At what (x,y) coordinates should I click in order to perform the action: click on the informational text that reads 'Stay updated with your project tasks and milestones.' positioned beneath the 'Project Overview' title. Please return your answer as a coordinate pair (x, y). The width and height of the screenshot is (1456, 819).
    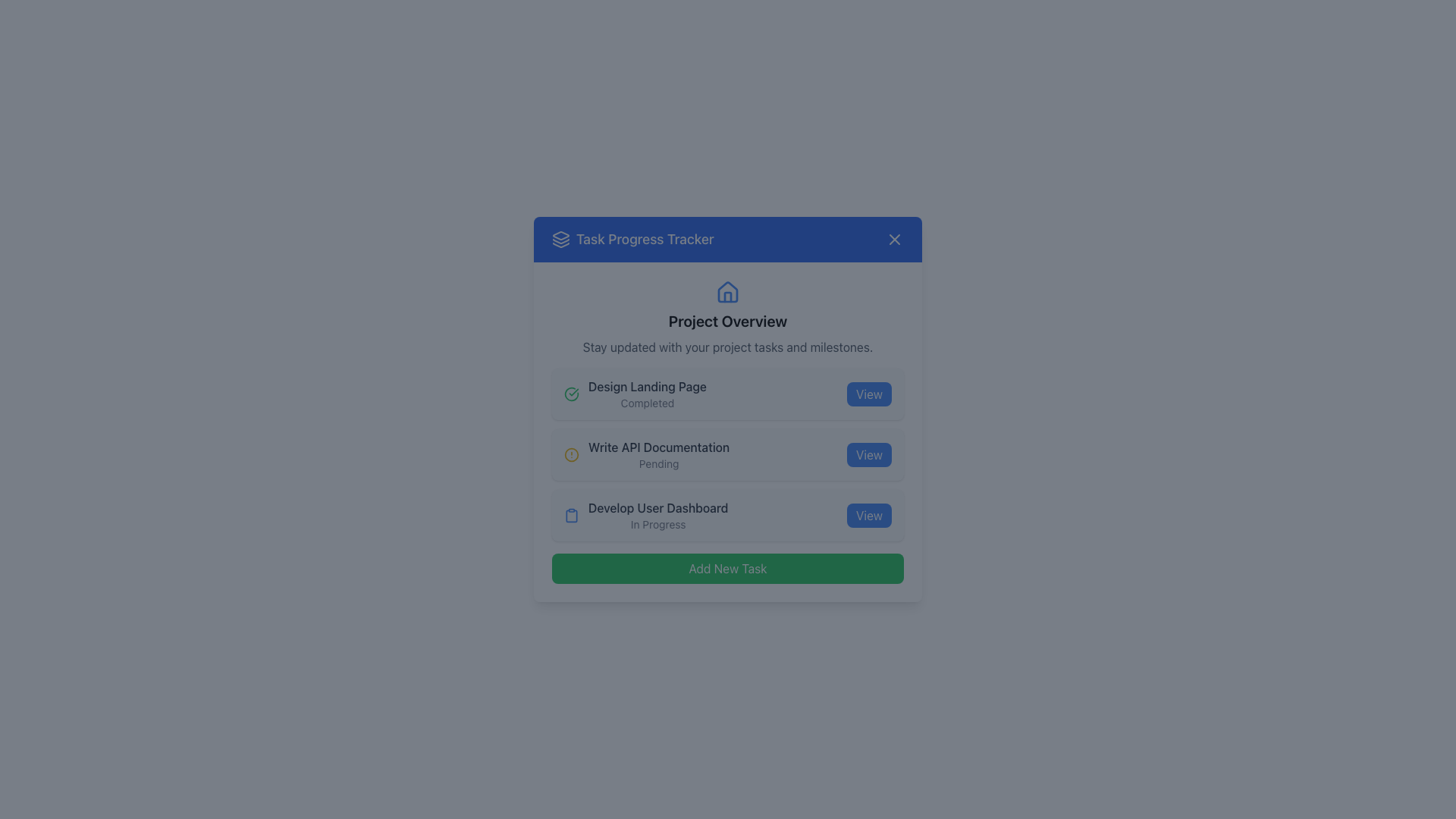
    Looking at the image, I should click on (728, 347).